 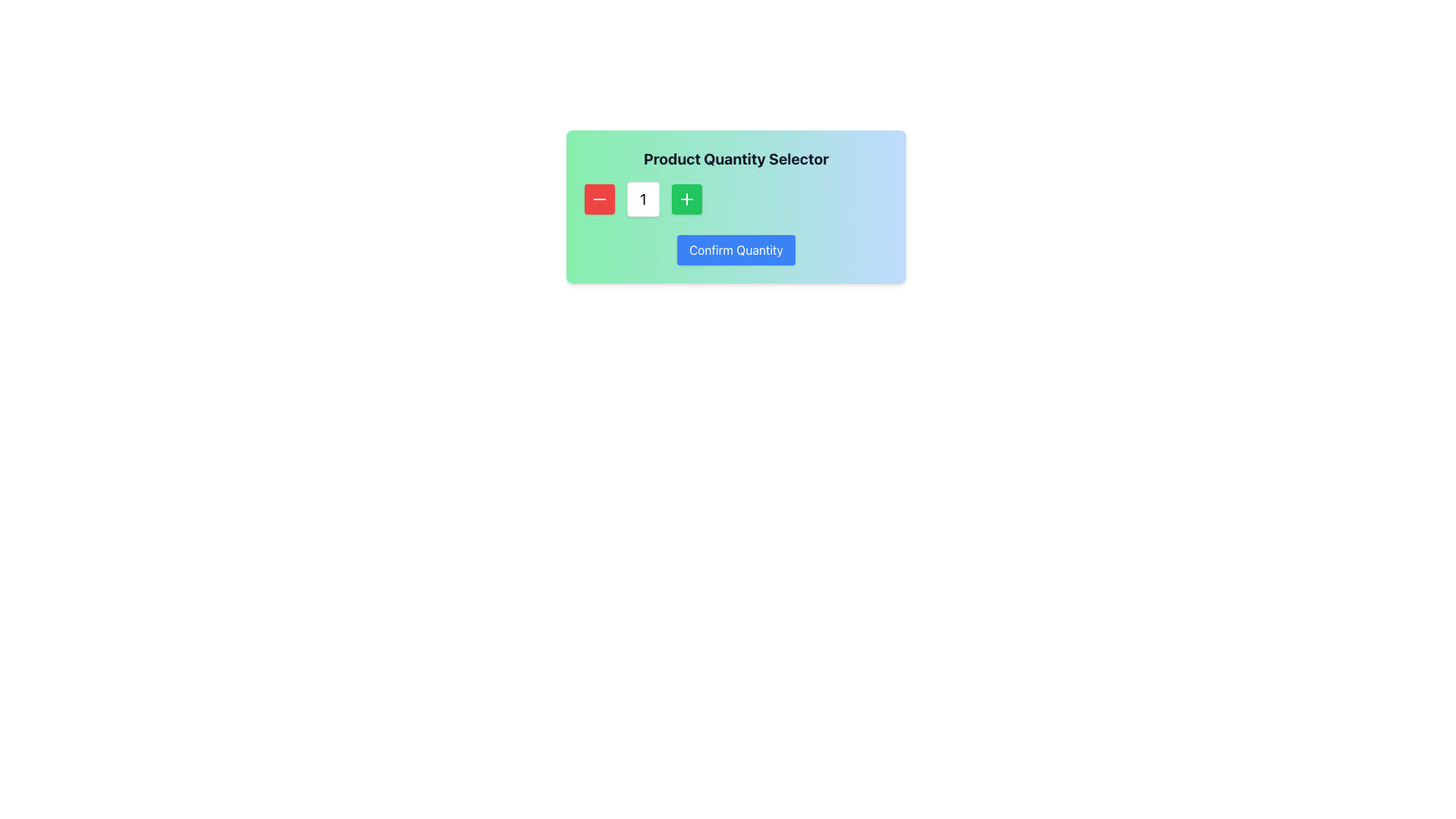 I want to click on the decrement button located to the left of the numeric input field in the product quantity selector interface to decrease the quantity, so click(x=599, y=198).